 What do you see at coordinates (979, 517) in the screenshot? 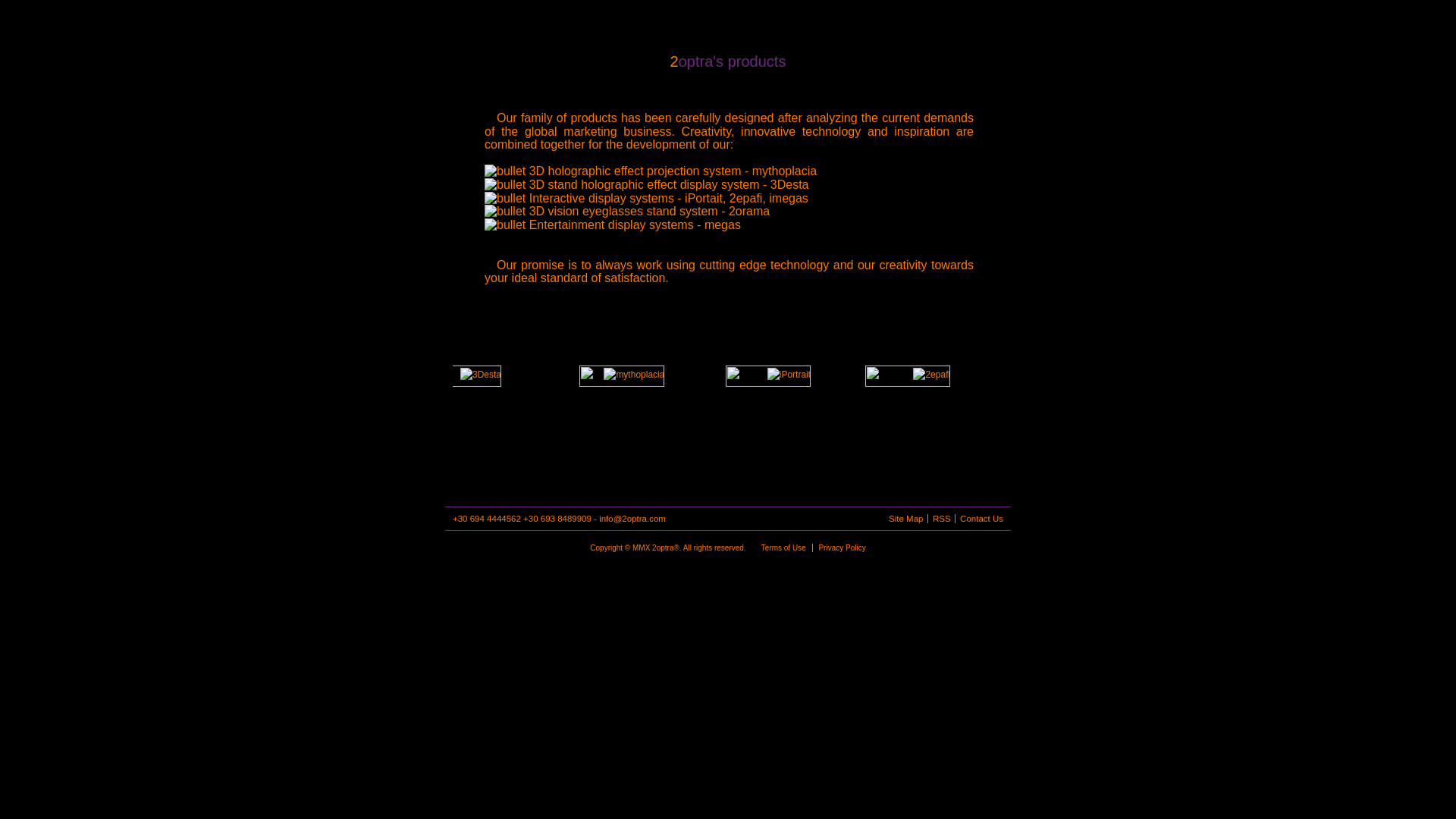
I see `'Contact Us'` at bounding box center [979, 517].